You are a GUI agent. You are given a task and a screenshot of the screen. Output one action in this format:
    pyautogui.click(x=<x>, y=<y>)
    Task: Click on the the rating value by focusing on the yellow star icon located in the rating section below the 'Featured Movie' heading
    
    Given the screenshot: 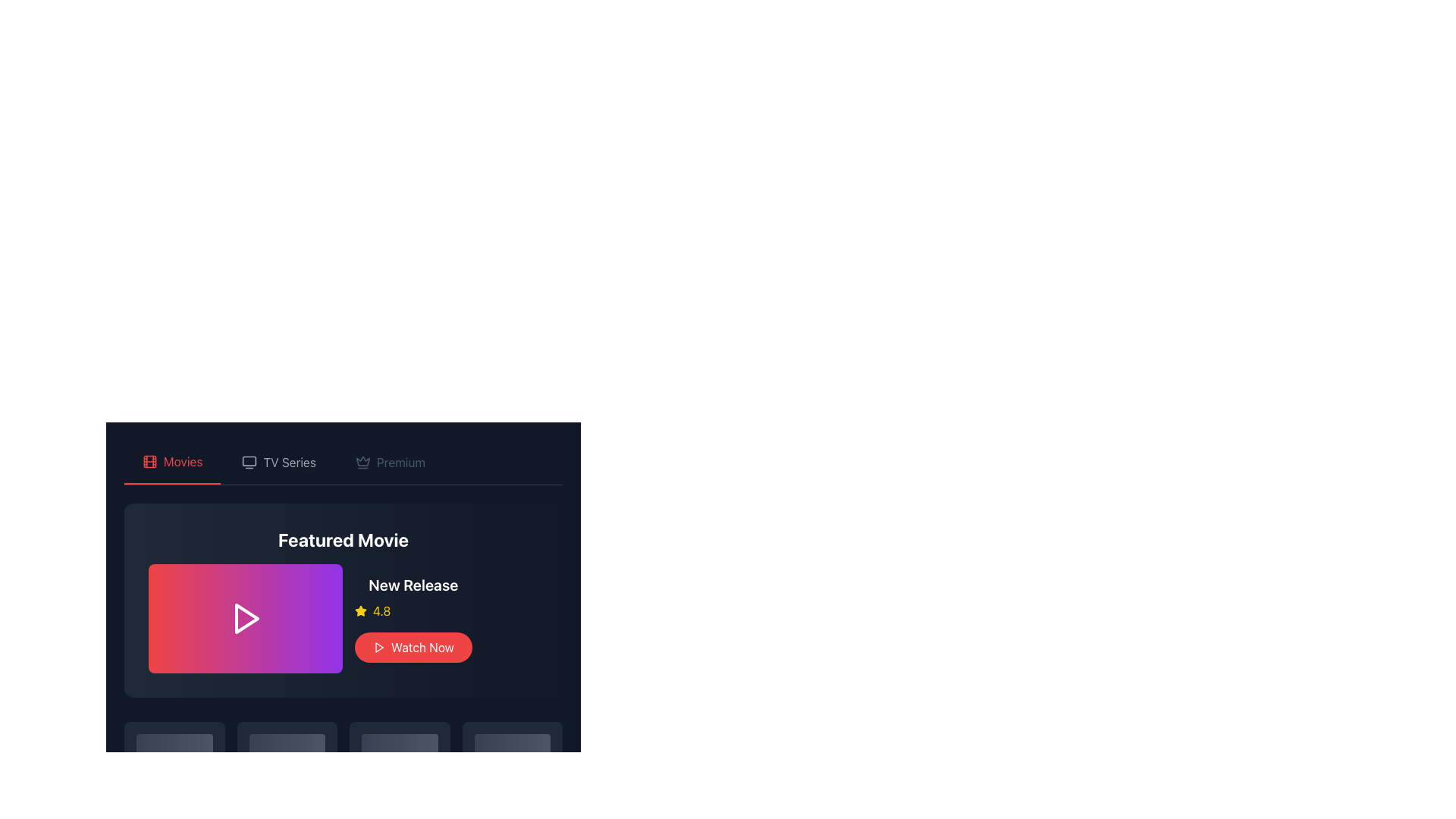 What is the action you would take?
    pyautogui.click(x=359, y=610)
    